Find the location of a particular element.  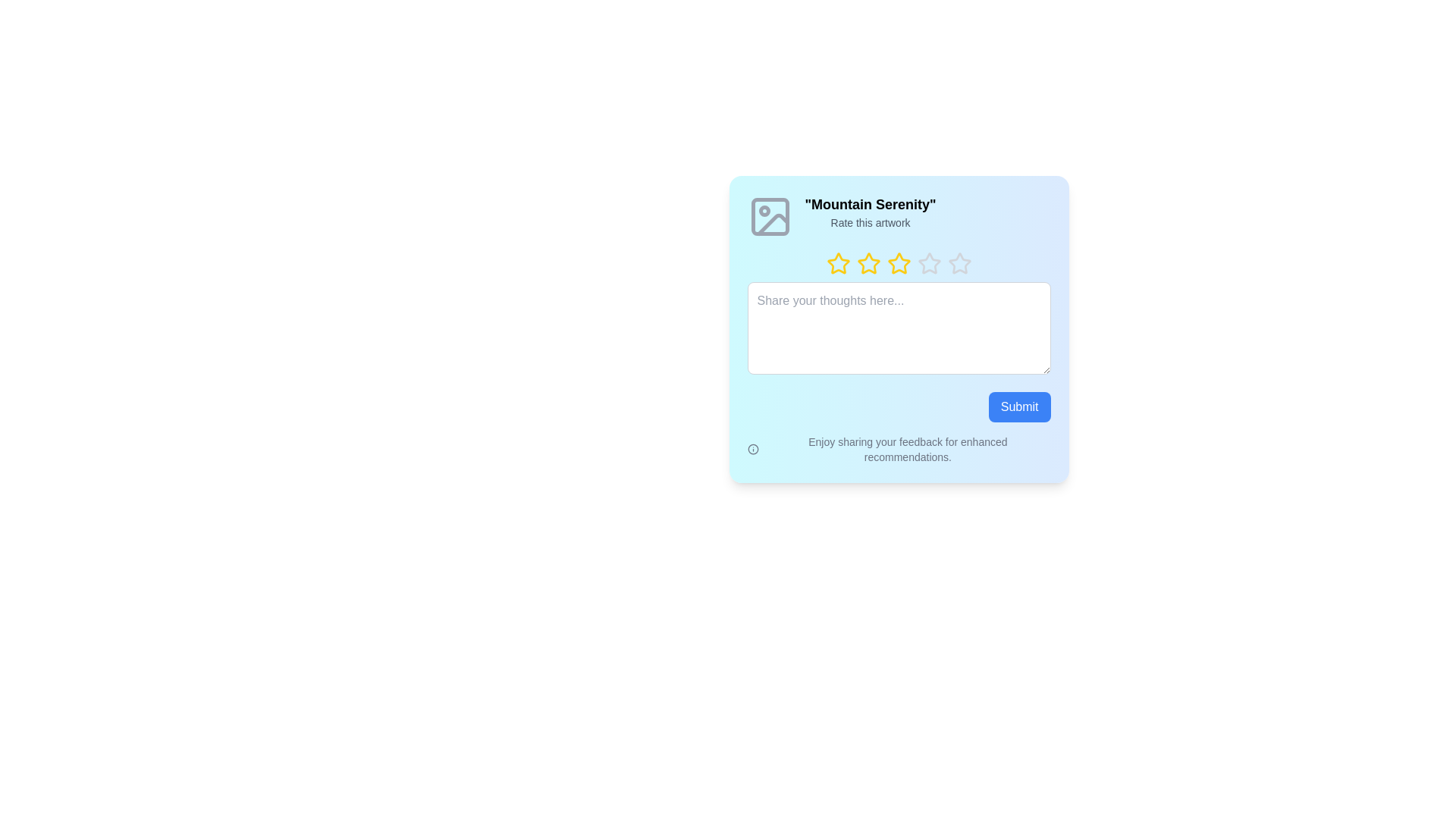

the rating to 4 stars by clicking on the respective star is located at coordinates (916, 262).